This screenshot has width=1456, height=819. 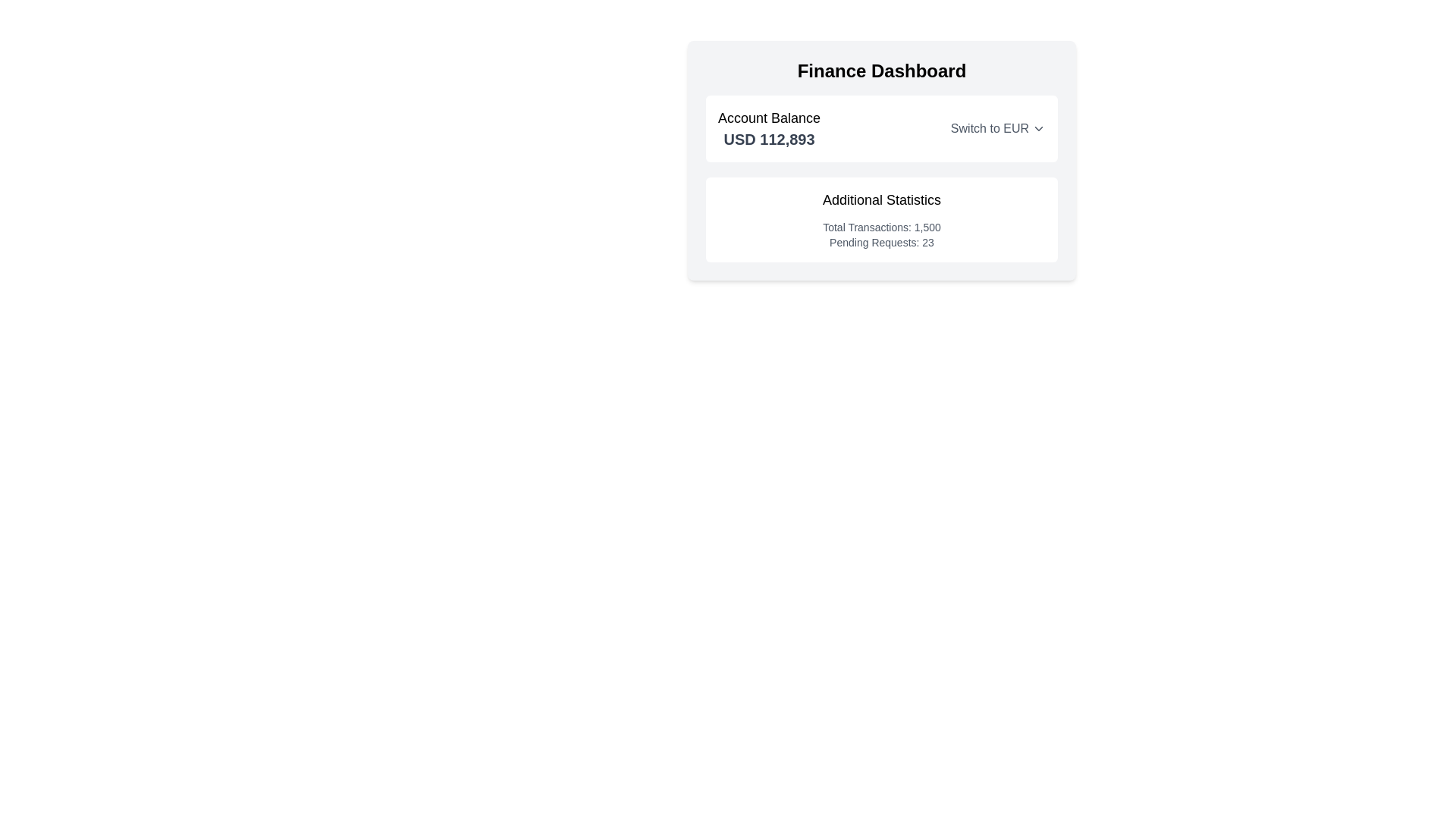 I want to click on the interactive text with dropdown functionality located in the top-right corner of the account balance display to change the text color, so click(x=998, y=127).